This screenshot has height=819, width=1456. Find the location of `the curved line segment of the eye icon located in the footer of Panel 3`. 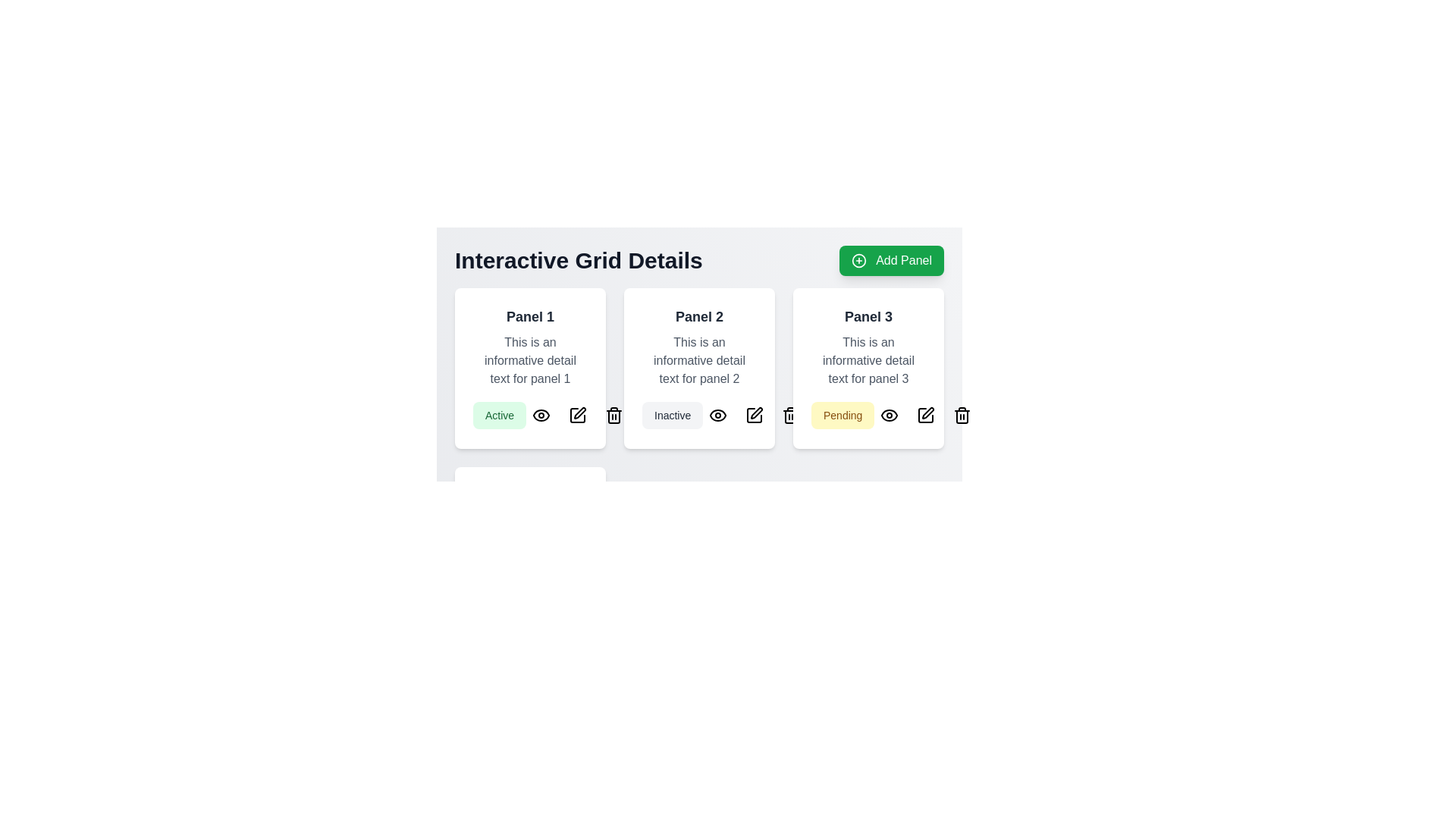

the curved line segment of the eye icon located in the footer of Panel 3 is located at coordinates (890, 415).